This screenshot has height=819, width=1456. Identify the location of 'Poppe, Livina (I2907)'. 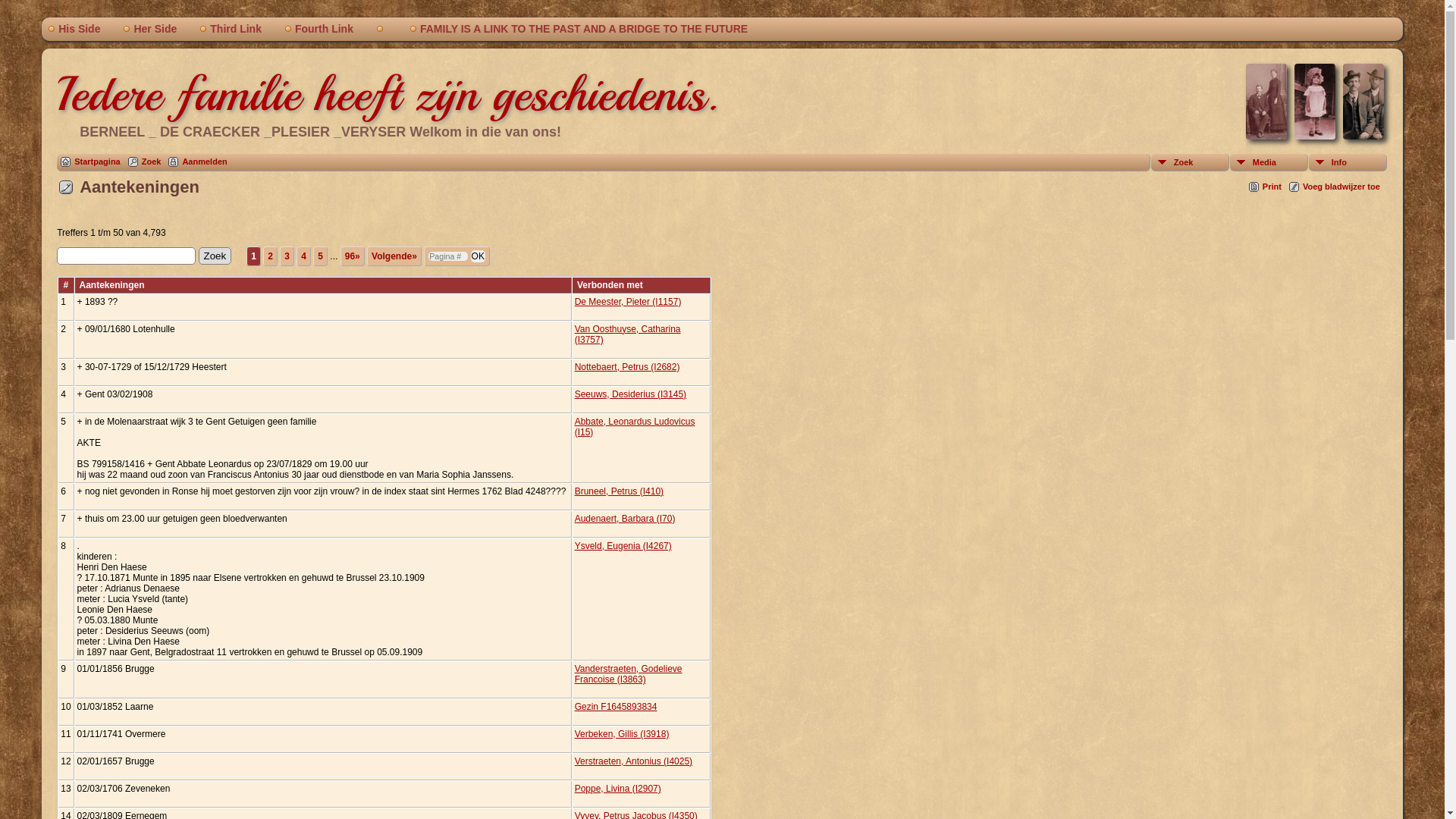
(618, 788).